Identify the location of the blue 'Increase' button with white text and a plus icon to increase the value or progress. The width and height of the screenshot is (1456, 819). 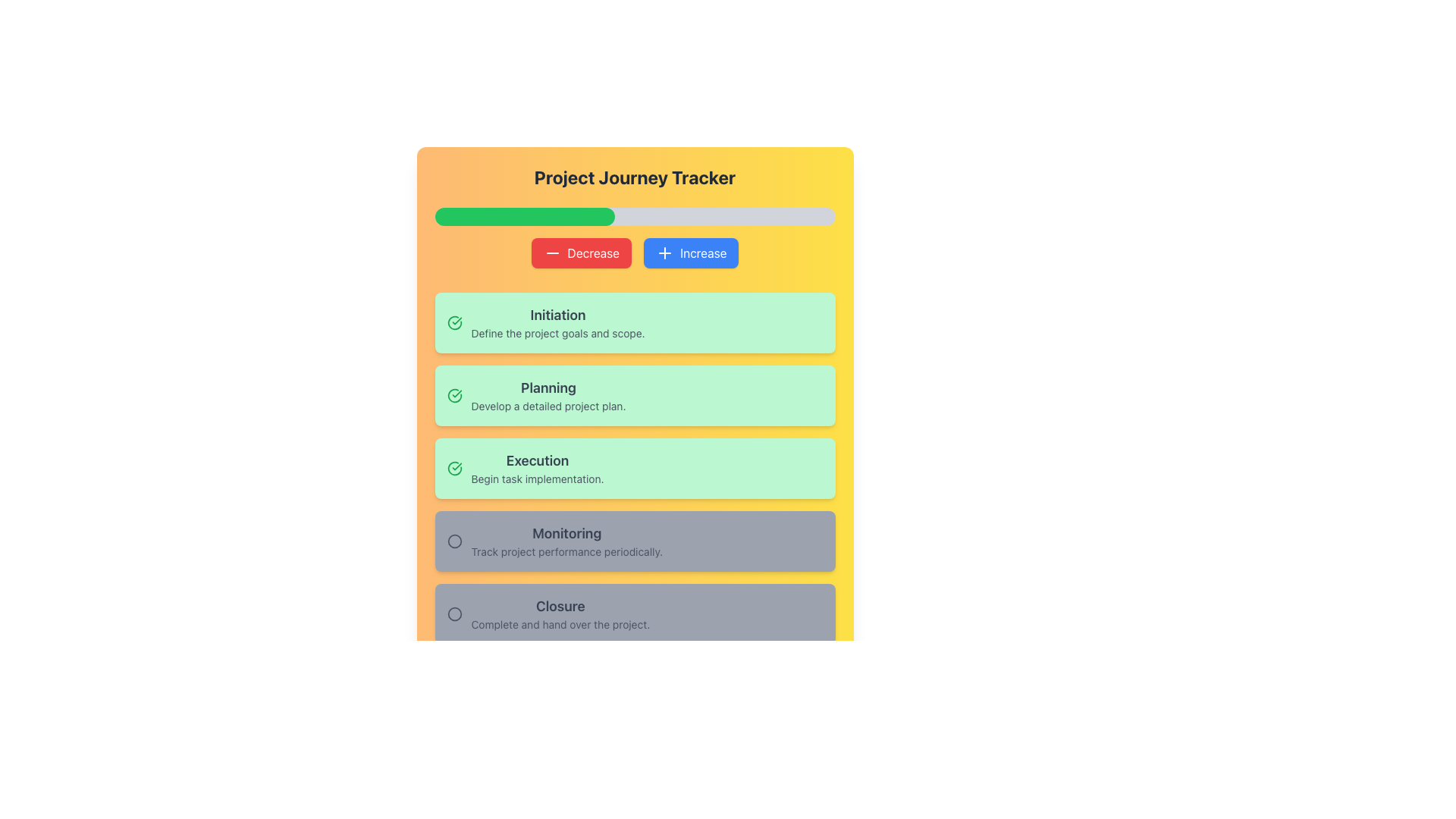
(690, 253).